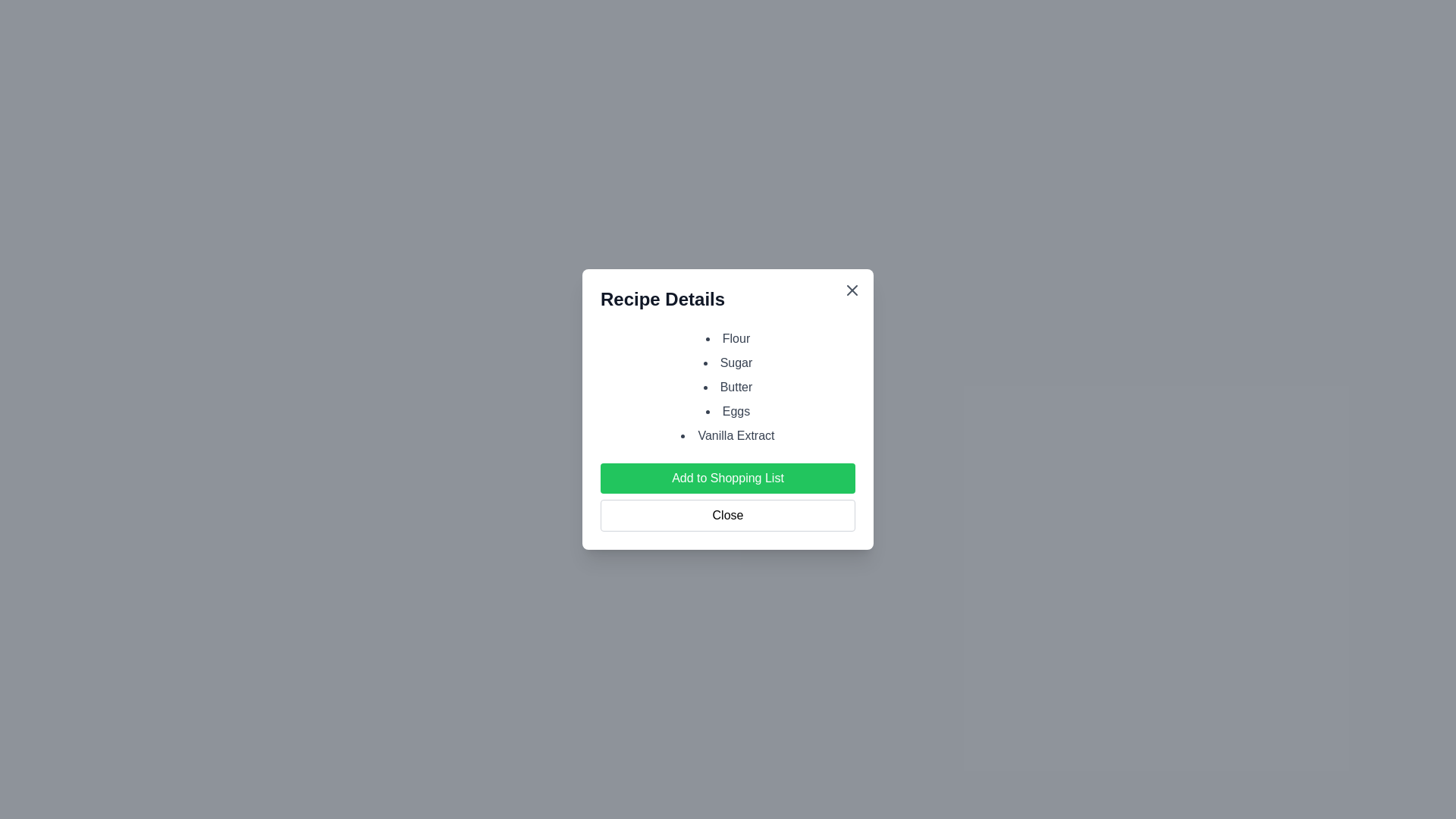  I want to click on the close button to close the dialog, so click(852, 290).